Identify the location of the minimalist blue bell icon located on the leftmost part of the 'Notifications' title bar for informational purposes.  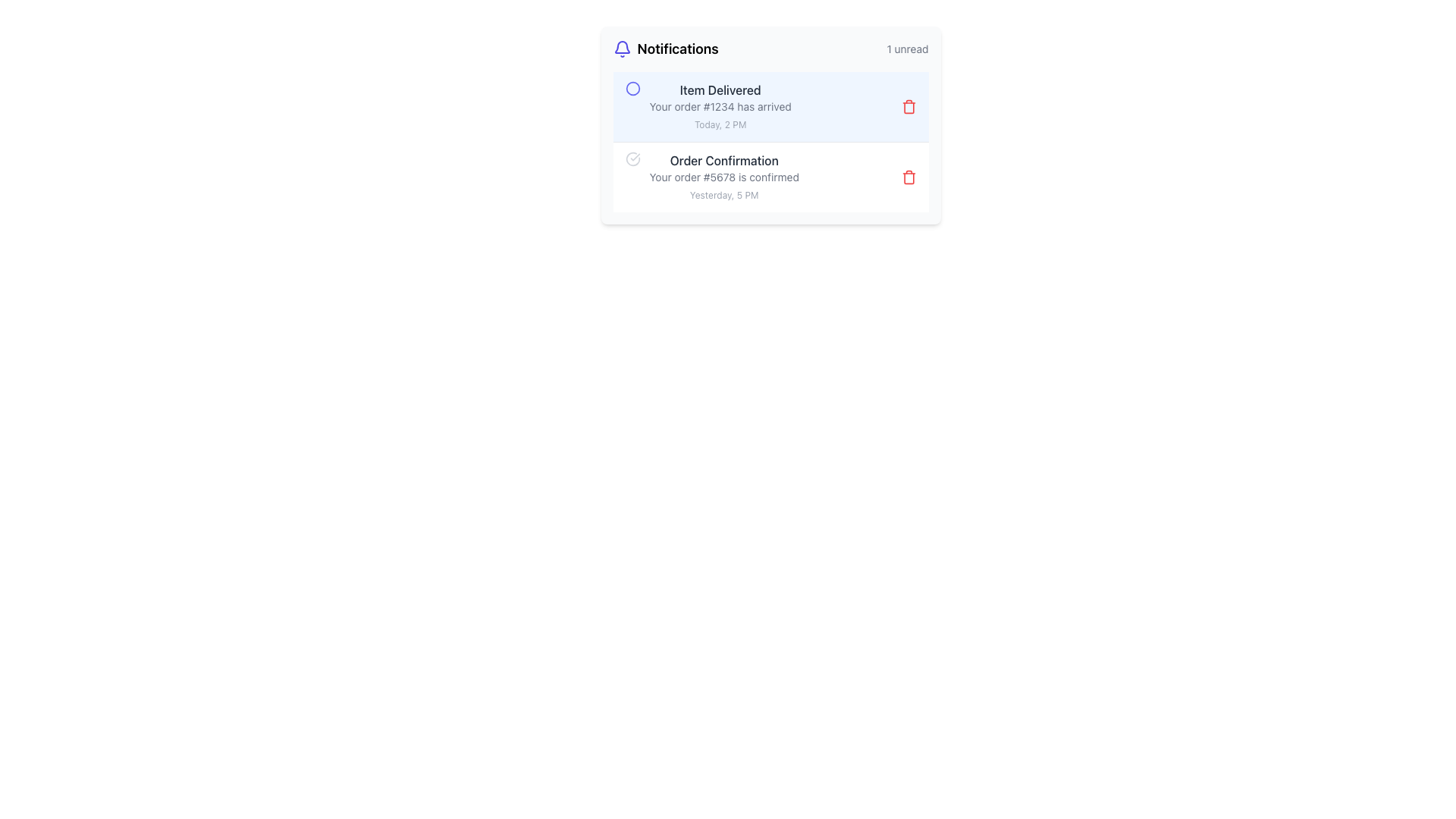
(622, 49).